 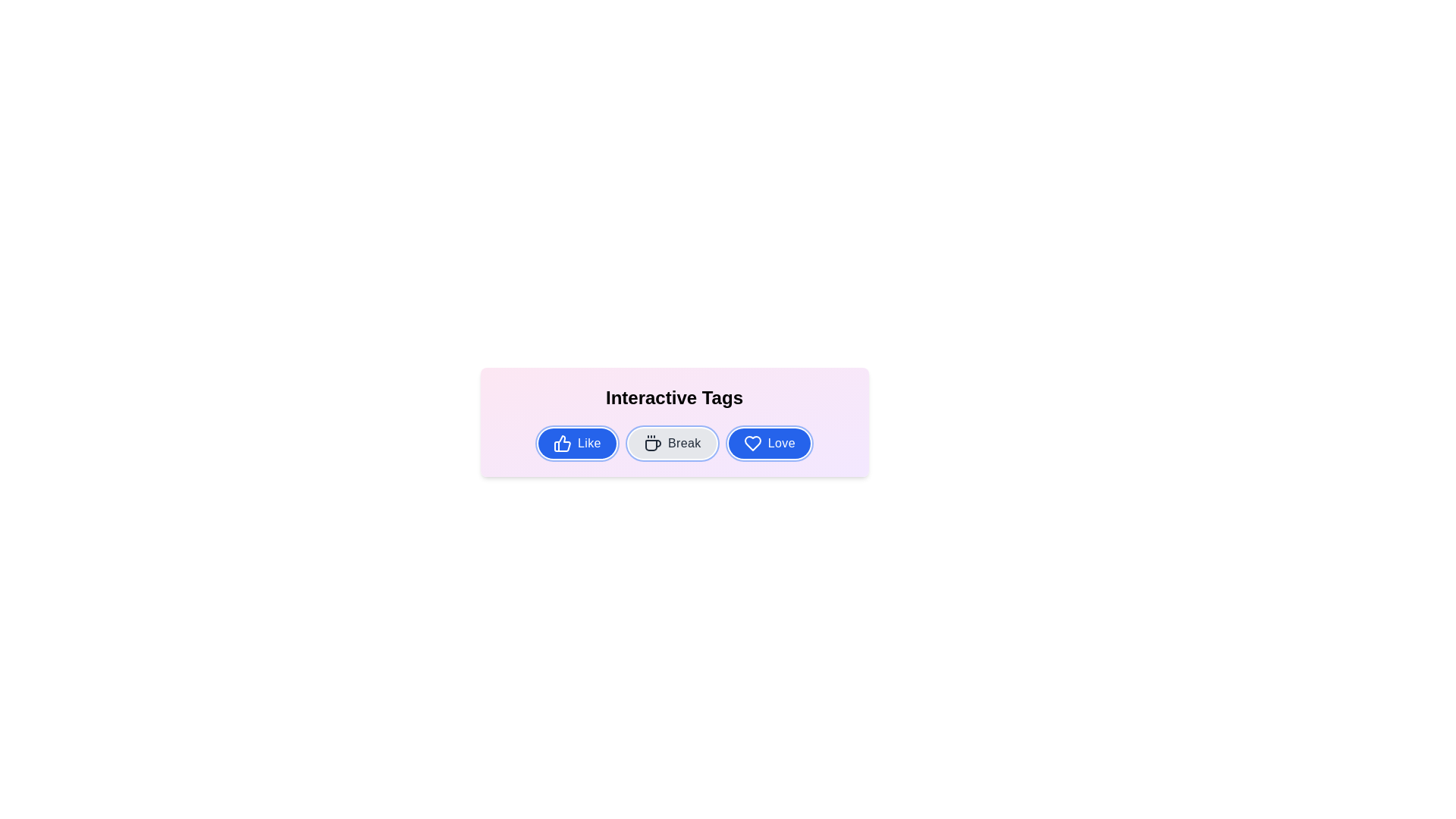 I want to click on the tag Break, so click(x=671, y=444).